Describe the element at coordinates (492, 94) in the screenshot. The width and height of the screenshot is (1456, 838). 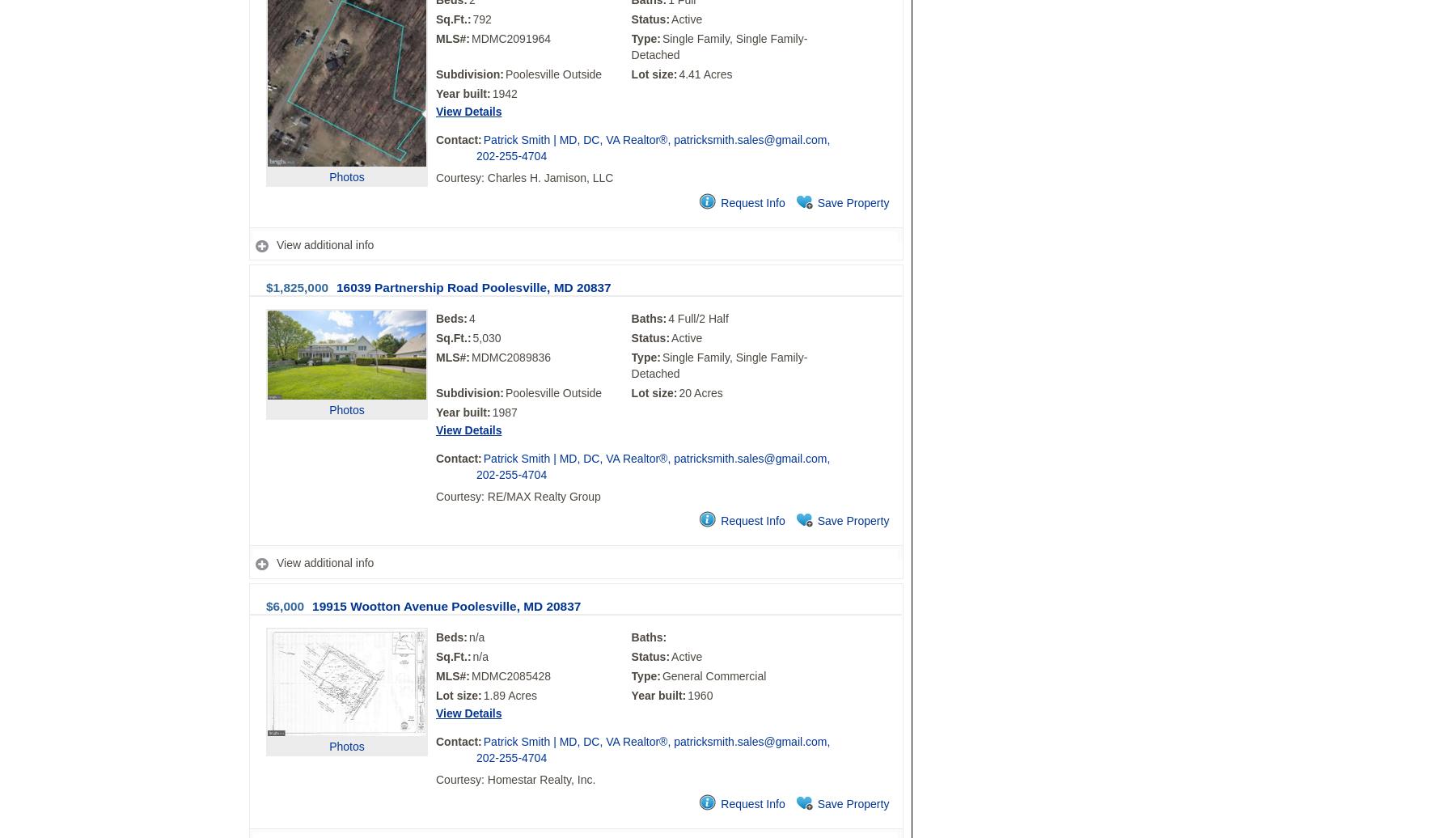
I see `'1942'` at that location.